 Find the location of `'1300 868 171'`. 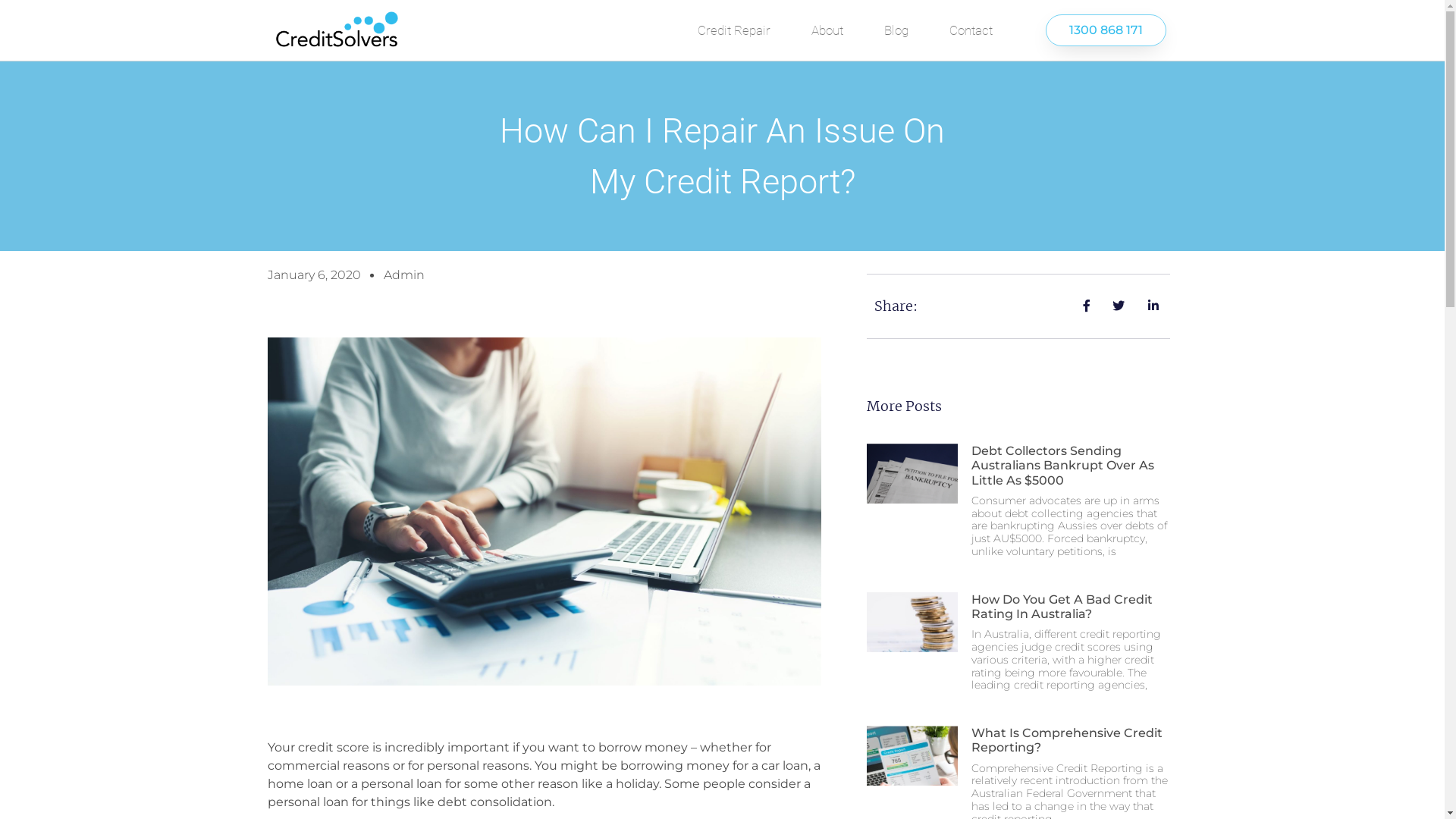

'1300 868 171' is located at coordinates (1106, 30).